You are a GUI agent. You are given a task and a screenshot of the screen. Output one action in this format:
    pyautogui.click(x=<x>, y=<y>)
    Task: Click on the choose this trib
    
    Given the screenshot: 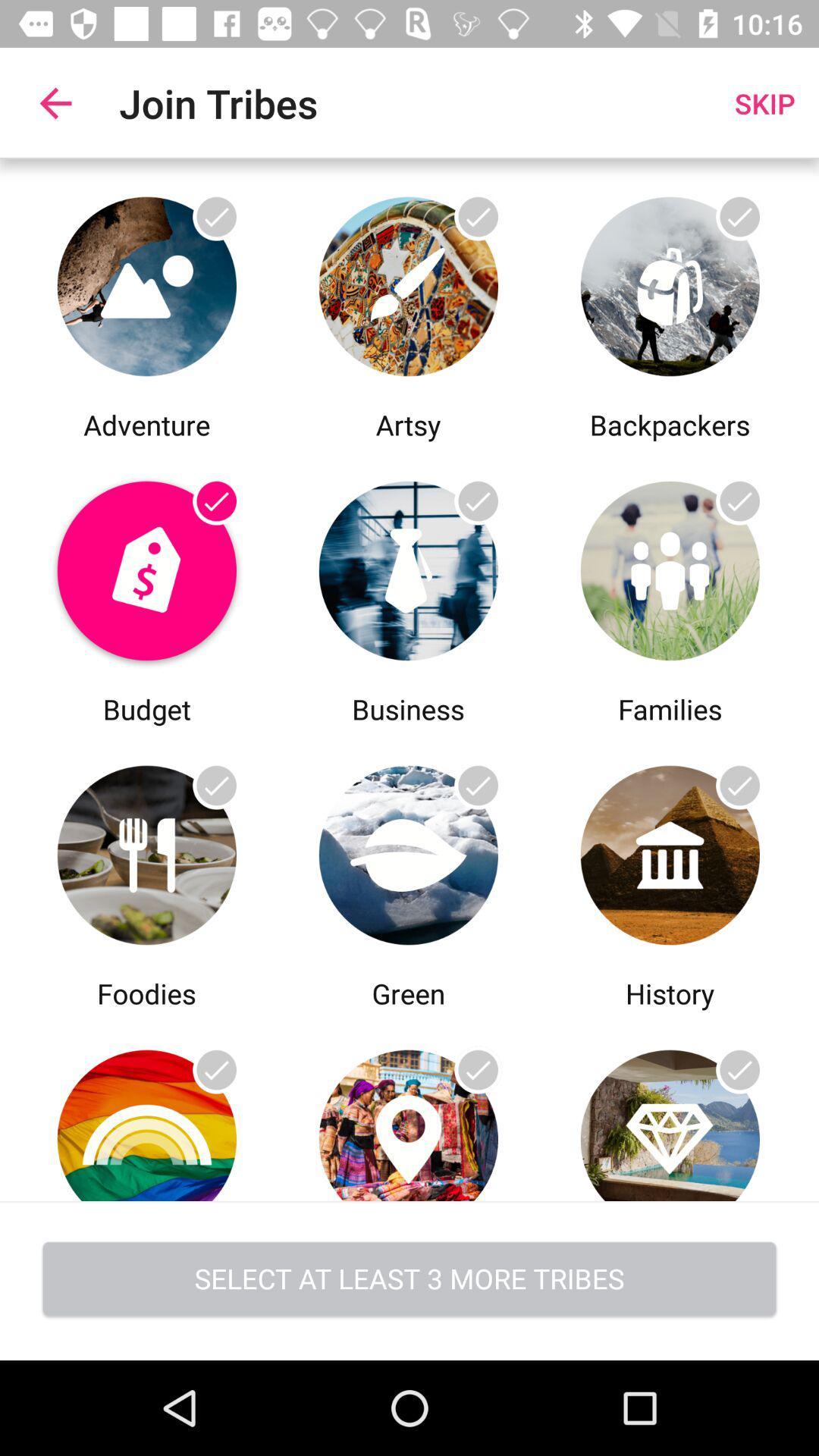 What is the action you would take?
    pyautogui.click(x=669, y=1106)
    